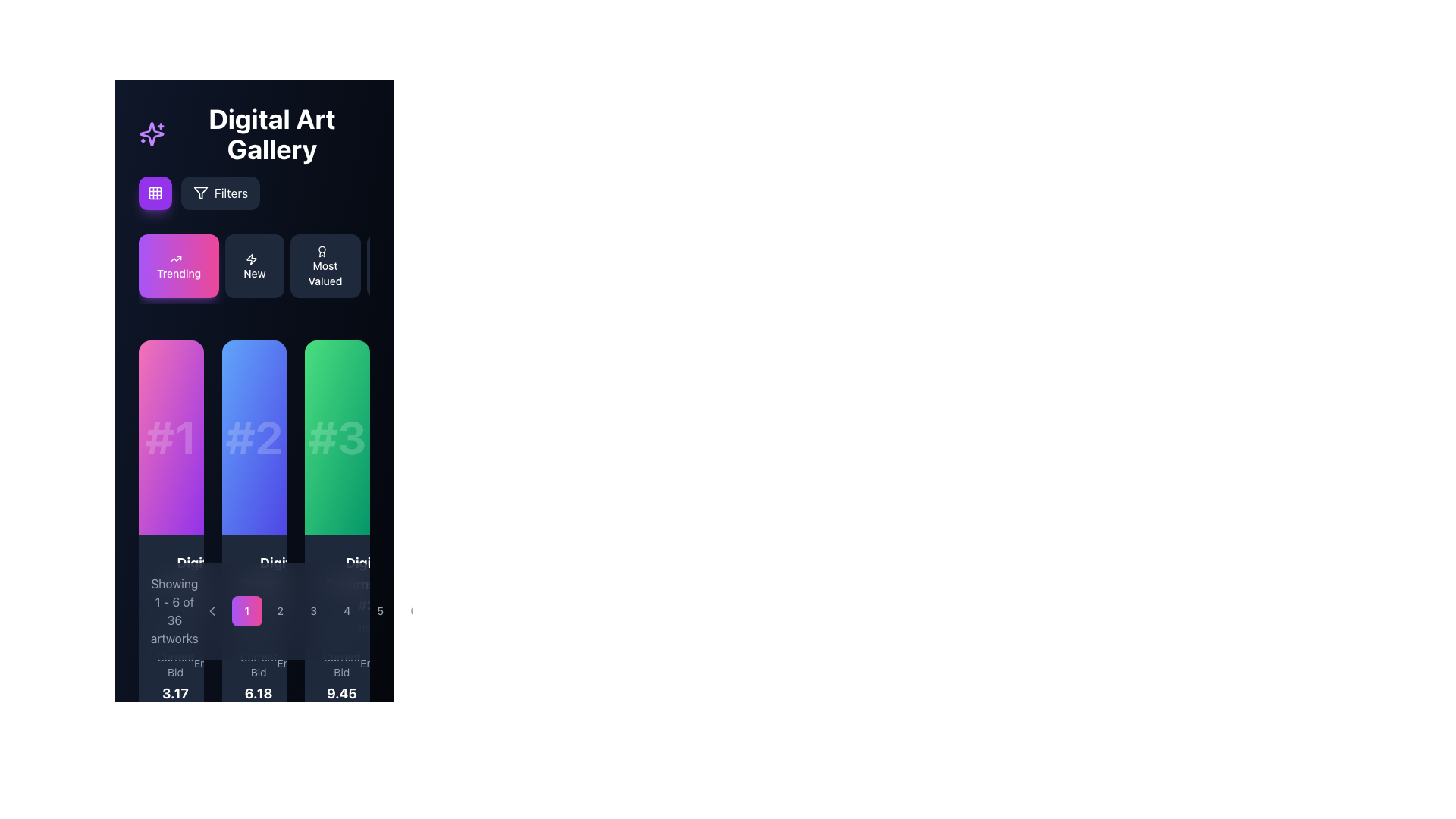  What do you see at coordinates (280, 610) in the screenshot?
I see `the circular button styled as the numeral '2'` at bounding box center [280, 610].